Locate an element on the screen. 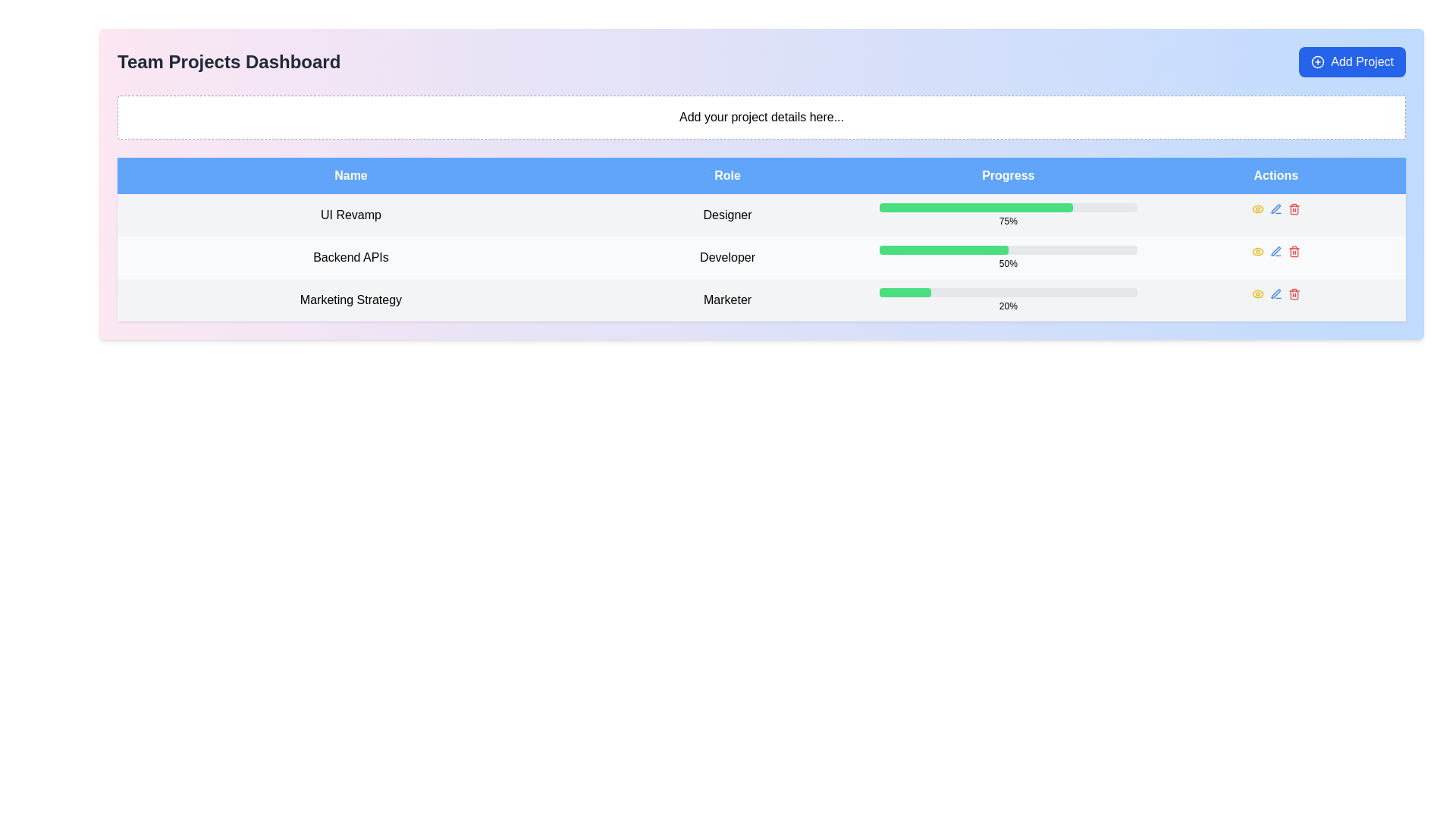 Image resolution: width=1456 pixels, height=819 pixels. the Text Label in the leftmost column of the third row in the table under the heading 'Name', which identifies the project or task is located at coordinates (350, 300).